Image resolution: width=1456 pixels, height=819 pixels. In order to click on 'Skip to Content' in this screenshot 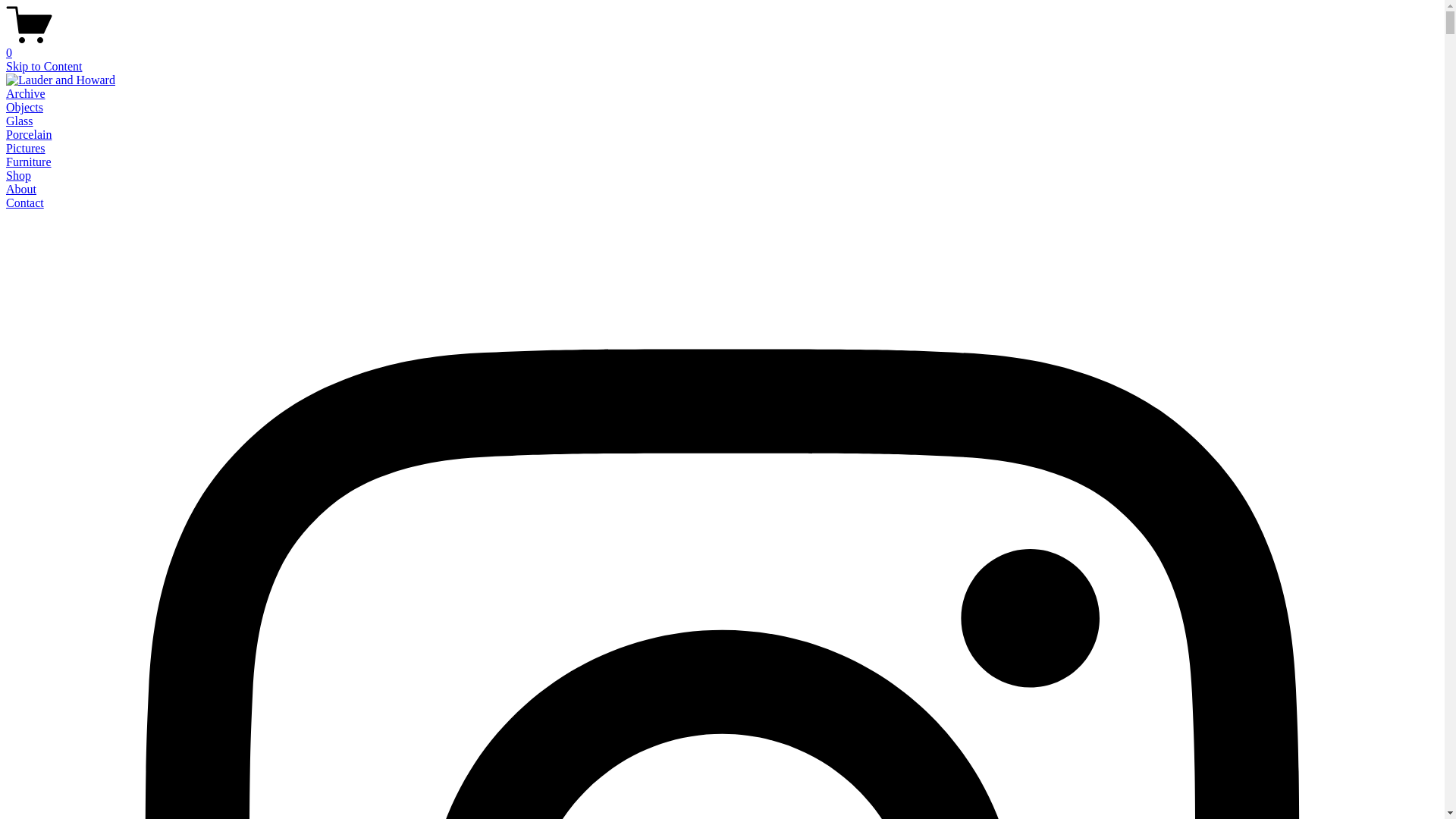, I will do `click(6, 65)`.